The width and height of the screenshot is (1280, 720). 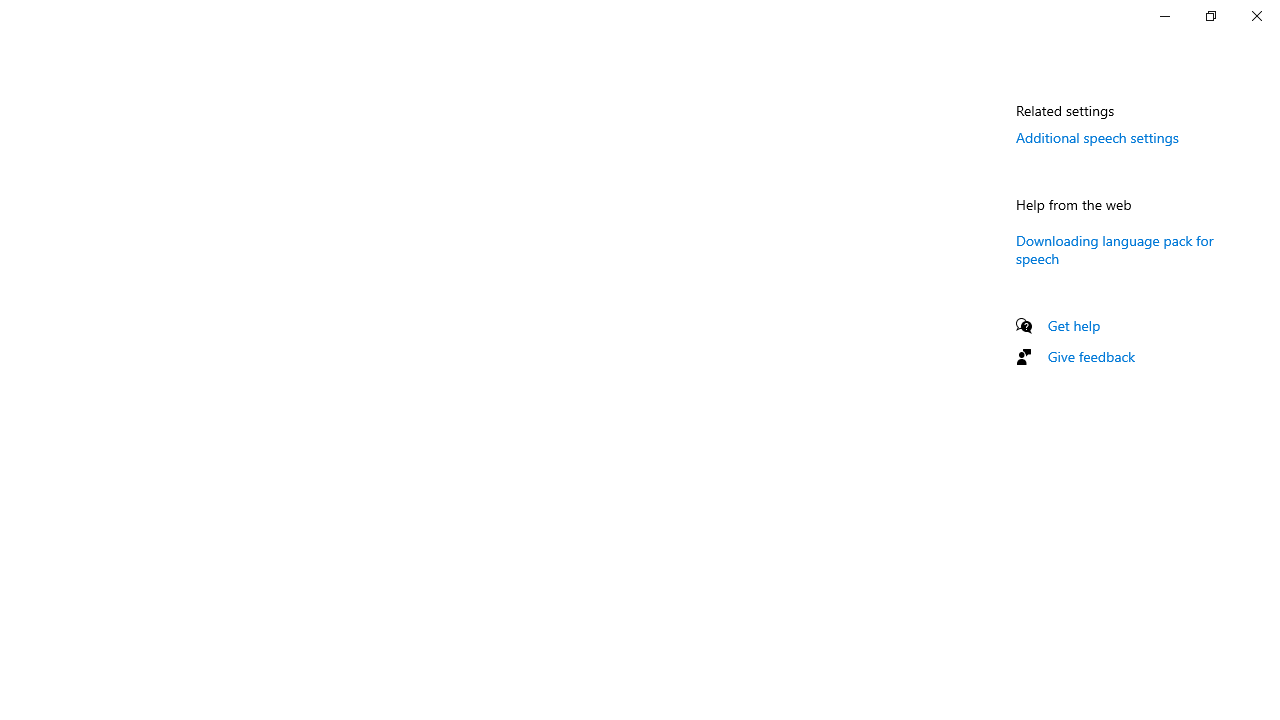 I want to click on 'Downloading language pack for speech', so click(x=1113, y=247).